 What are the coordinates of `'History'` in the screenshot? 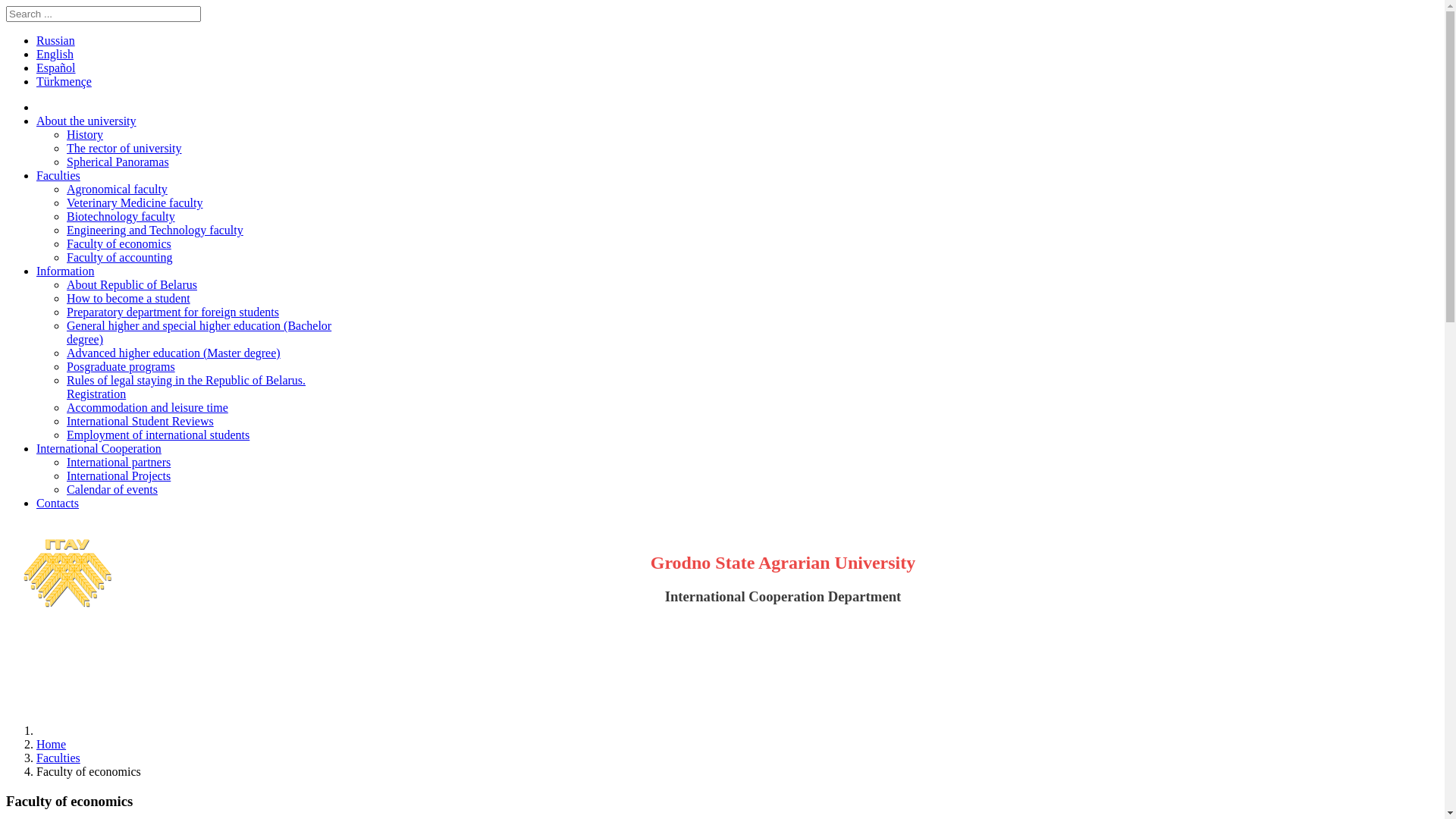 It's located at (83, 133).